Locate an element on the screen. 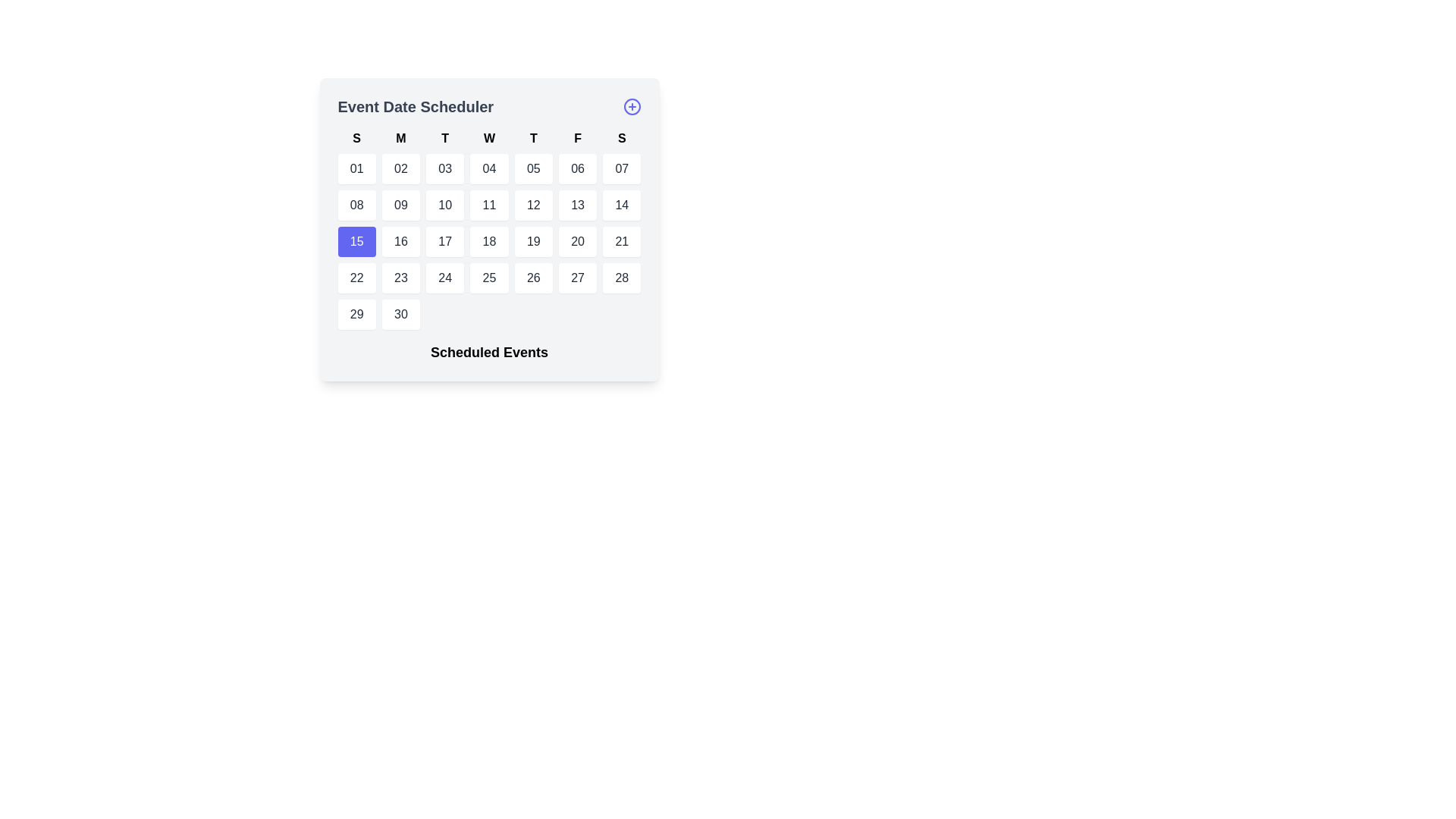 The width and height of the screenshot is (1456, 819). the 'Friday' label in the calendar interface, which is positioned in the top row of the grid, sixth from the left is located at coordinates (577, 138).